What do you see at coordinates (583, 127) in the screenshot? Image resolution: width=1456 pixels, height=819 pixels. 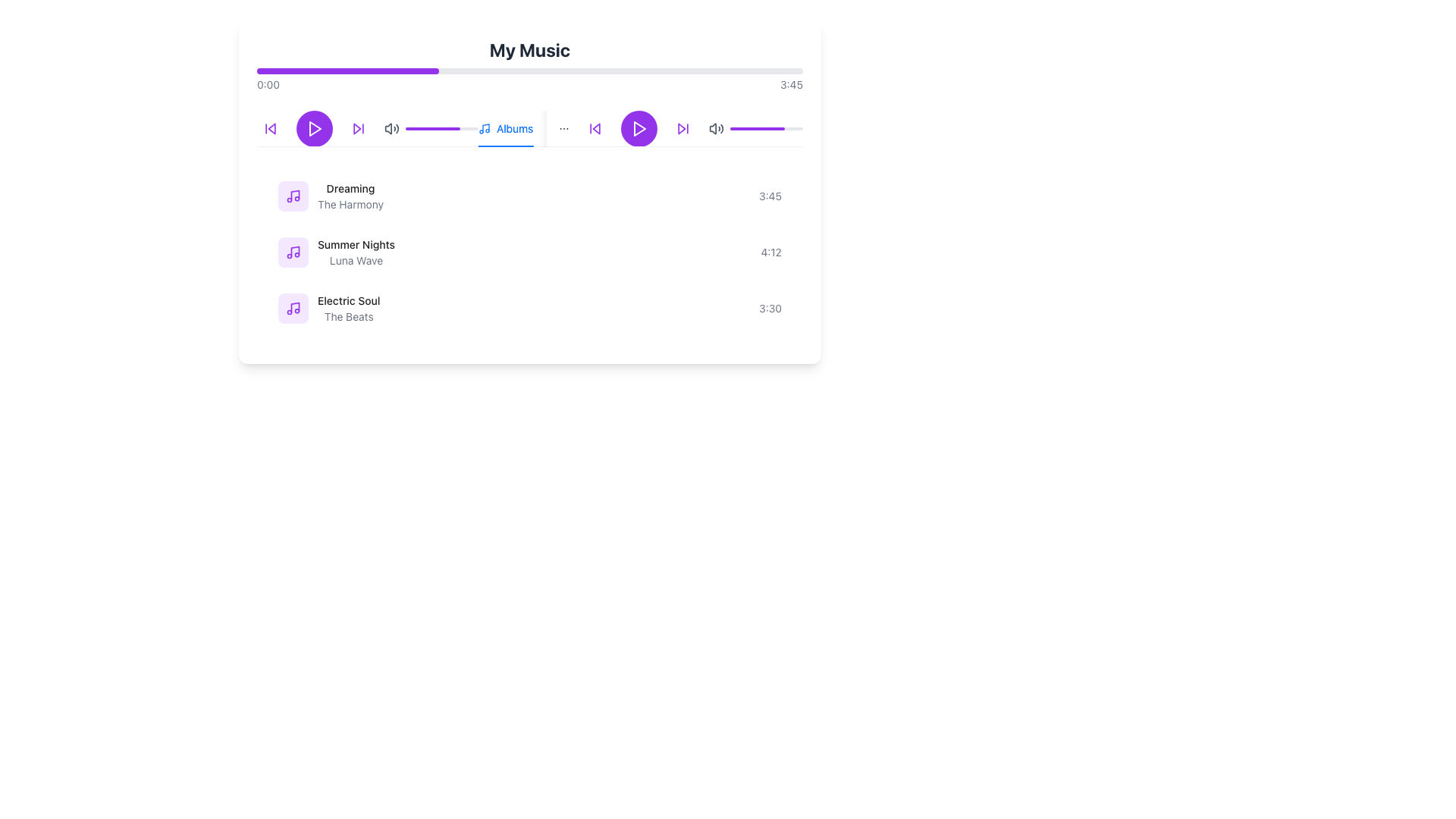 I see `the 'Albums' tab in the navigation bar` at bounding box center [583, 127].